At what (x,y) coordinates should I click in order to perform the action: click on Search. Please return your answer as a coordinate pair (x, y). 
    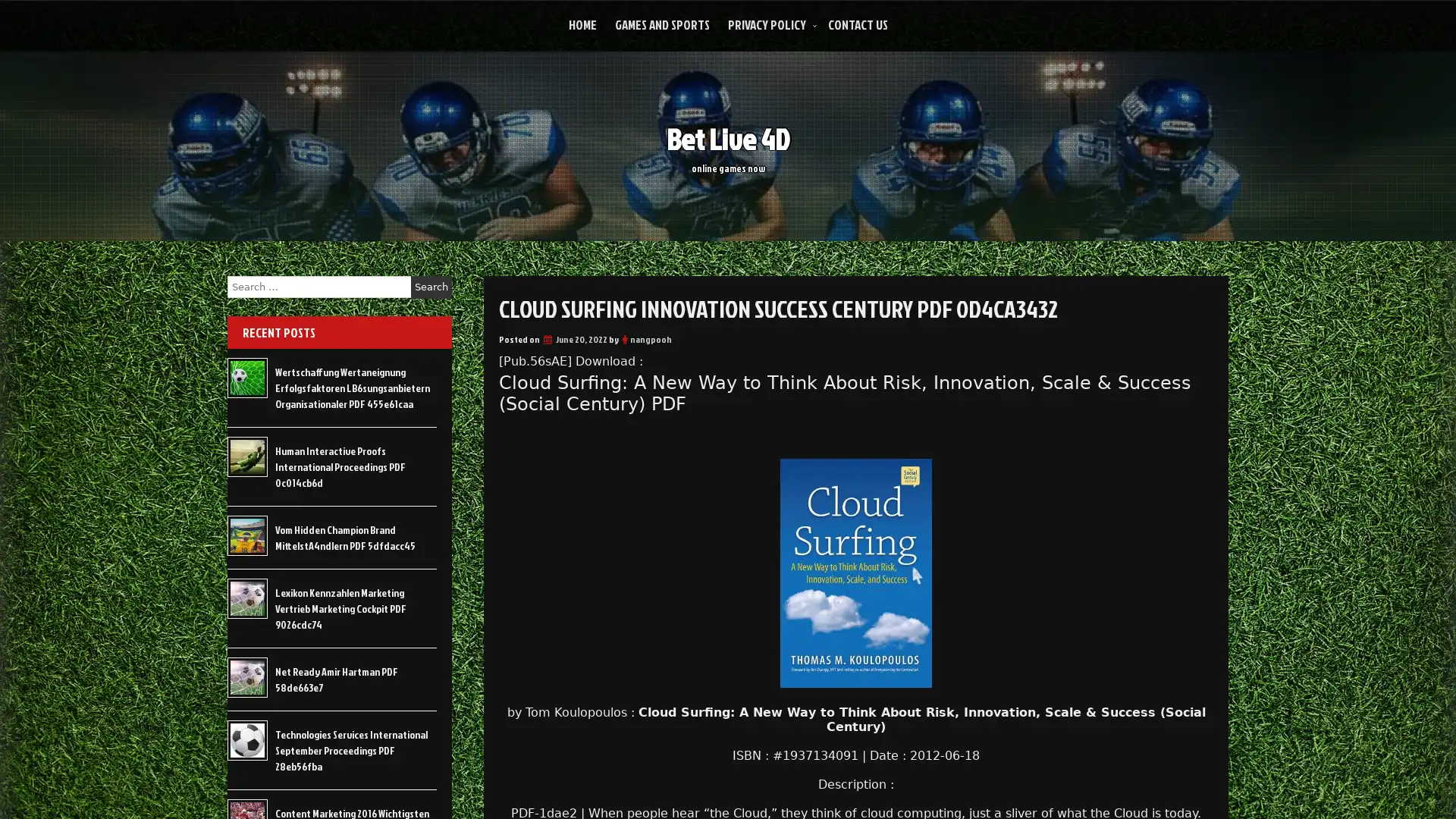
    Looking at the image, I should click on (431, 287).